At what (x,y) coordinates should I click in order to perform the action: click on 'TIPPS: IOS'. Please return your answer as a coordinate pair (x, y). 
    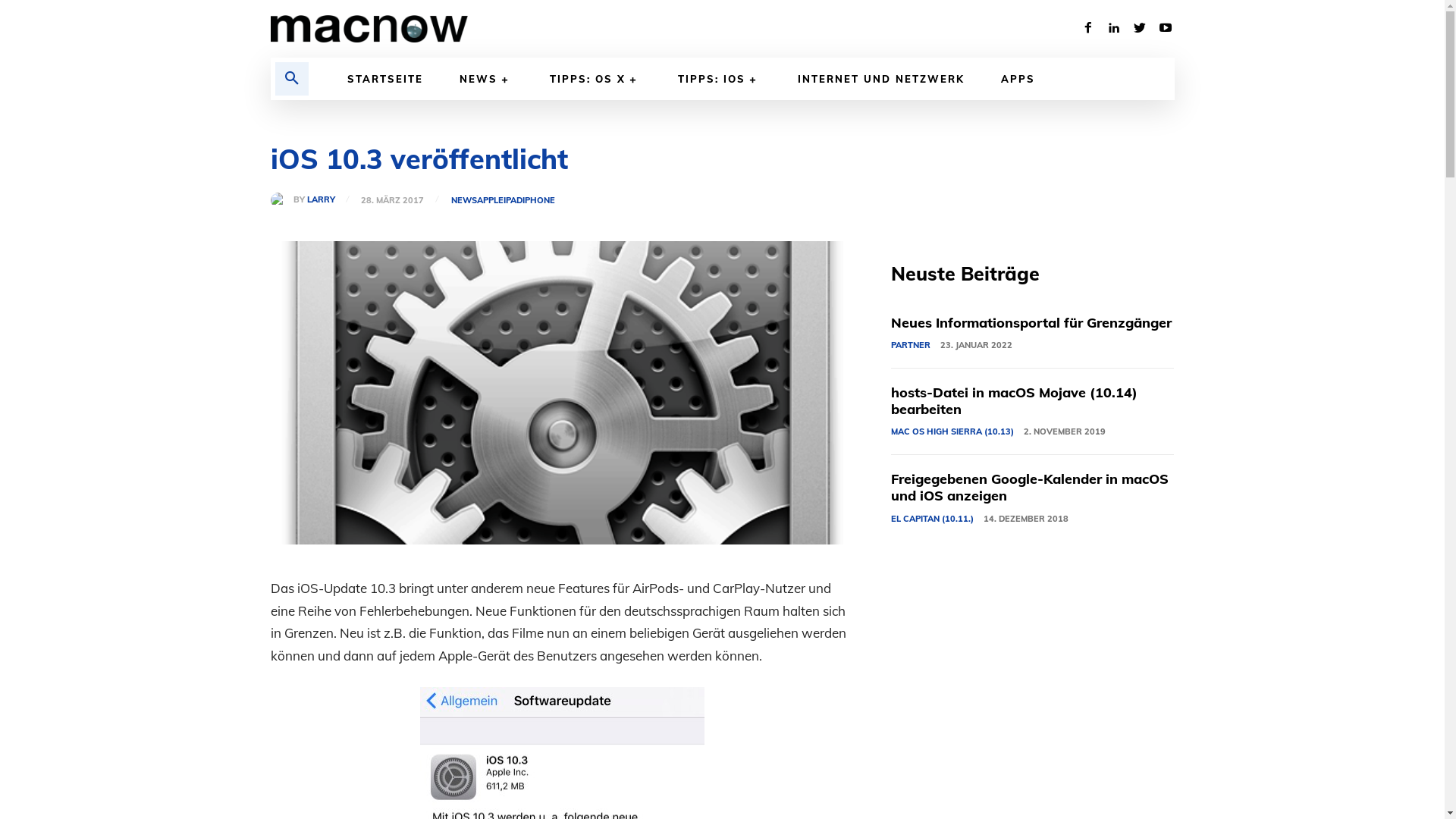
    Looking at the image, I should click on (719, 79).